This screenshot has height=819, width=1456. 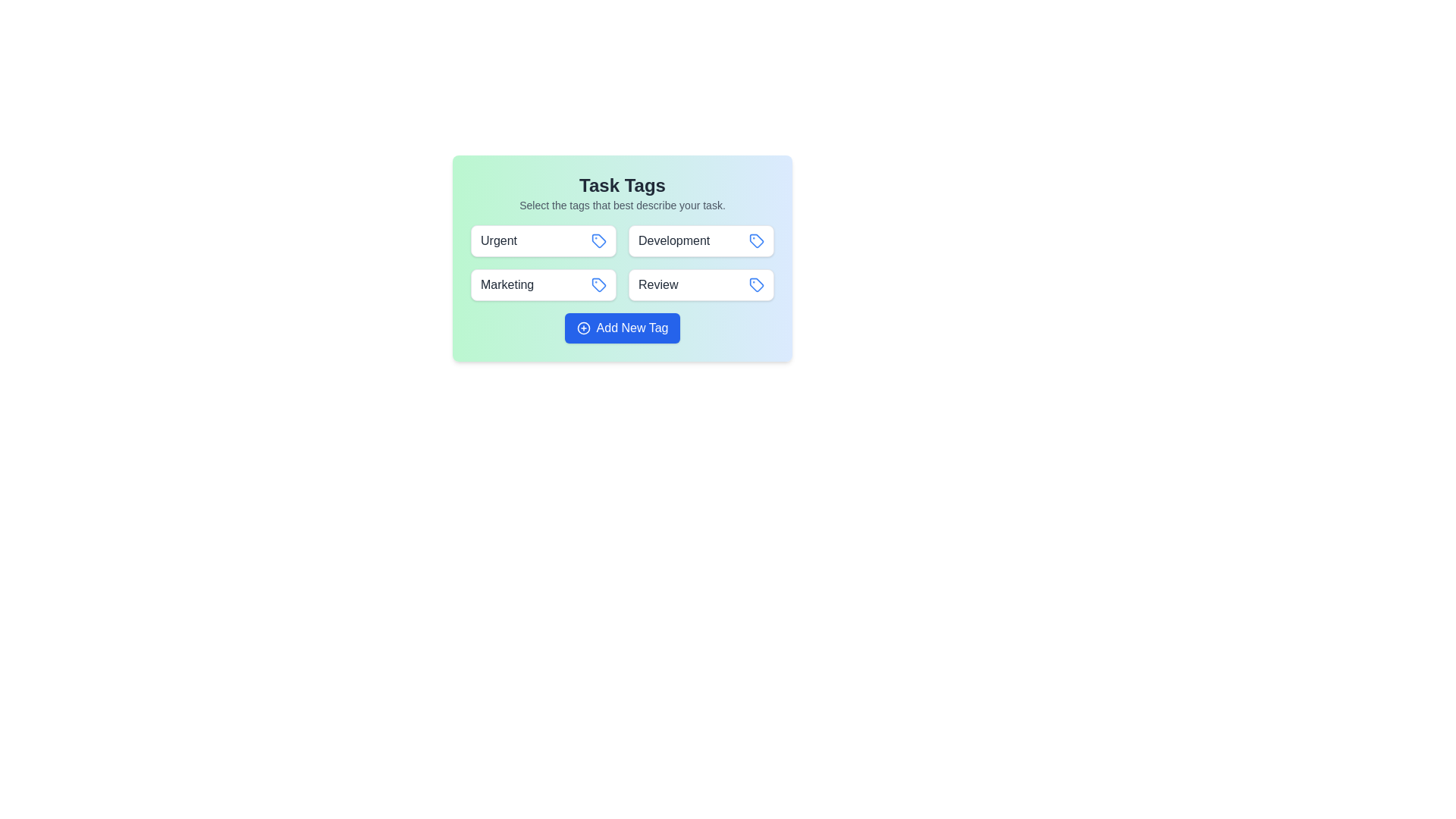 I want to click on the tag labeled Marketing, so click(x=543, y=284).